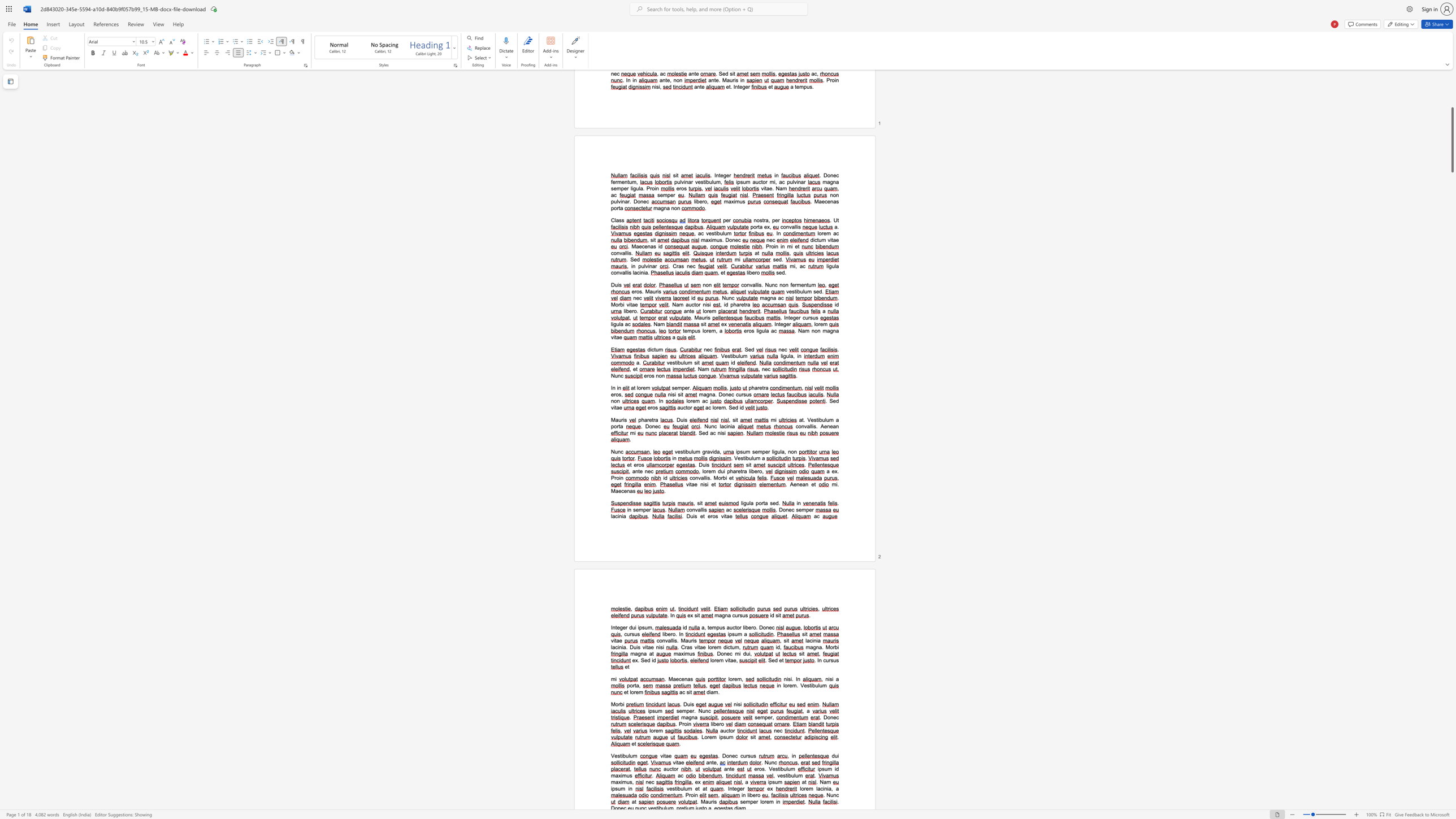 This screenshot has width=1456, height=819. What do you see at coordinates (833, 647) in the screenshot?
I see `the 1th character "r" in the text` at bounding box center [833, 647].